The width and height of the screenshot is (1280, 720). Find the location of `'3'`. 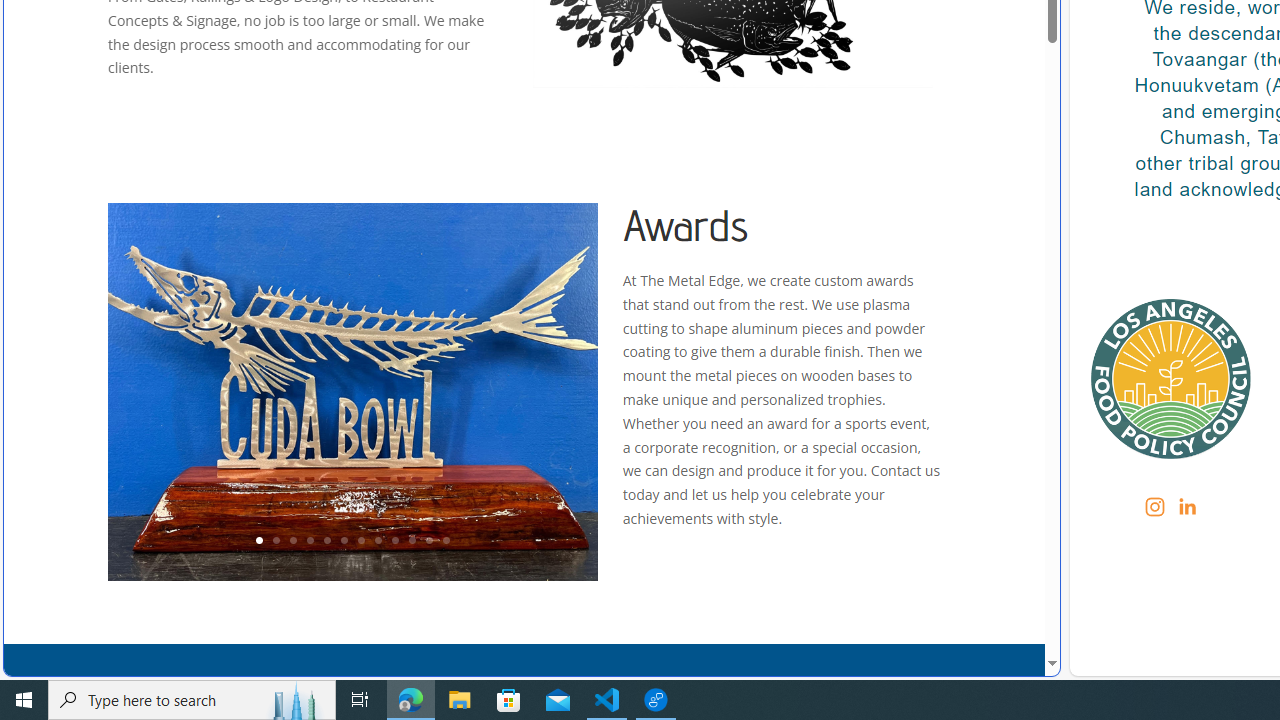

'3' is located at coordinates (292, 541).